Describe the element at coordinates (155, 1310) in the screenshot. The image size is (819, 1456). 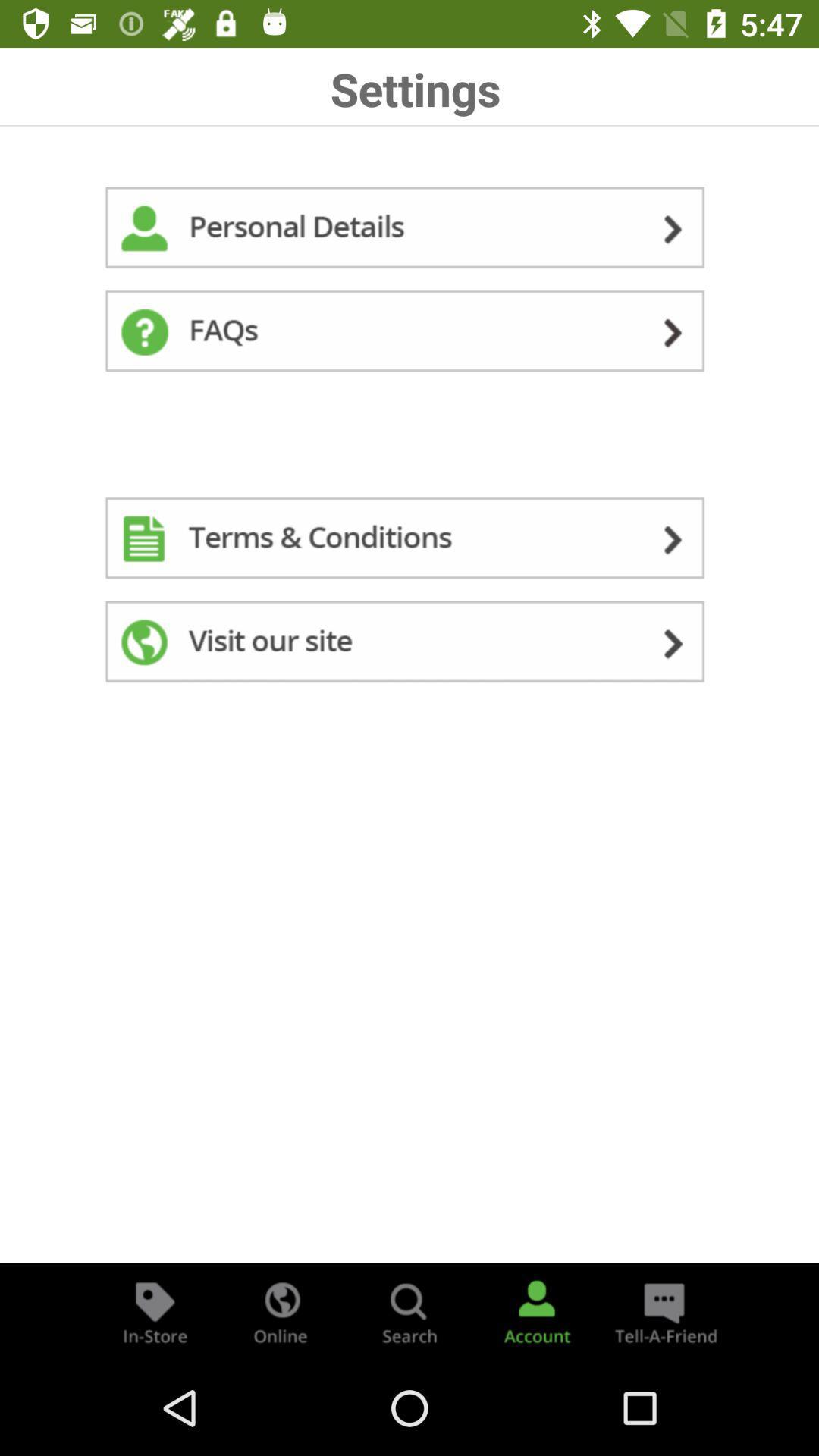
I see `the label icon` at that location.